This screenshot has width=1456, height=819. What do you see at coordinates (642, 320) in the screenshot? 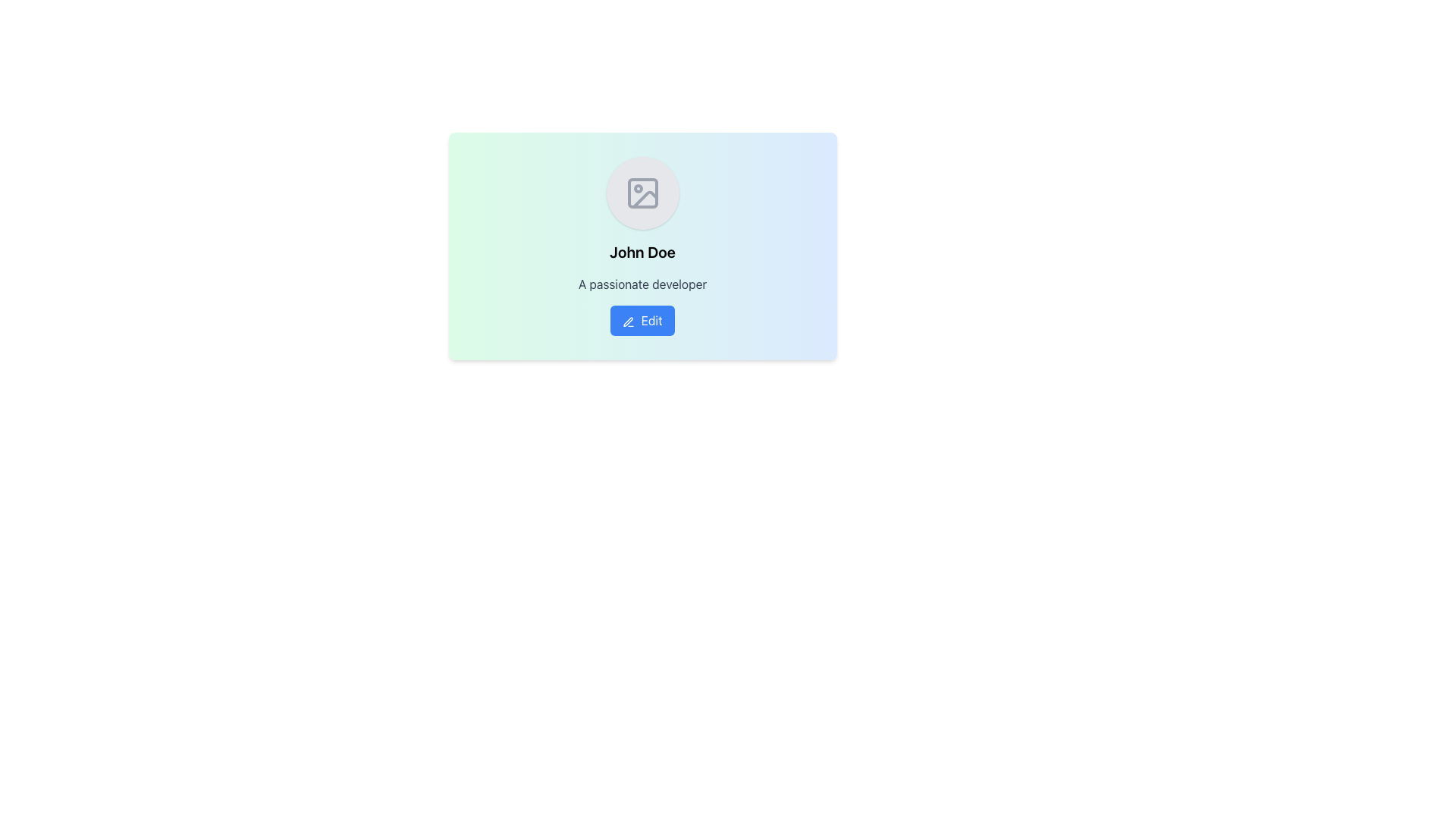
I see `the 'Edit' button, which is a rectangular button with white text on a blue background and a pen icon, located at the bottom of the card component beneath the text 'A passionate developer'` at bounding box center [642, 320].